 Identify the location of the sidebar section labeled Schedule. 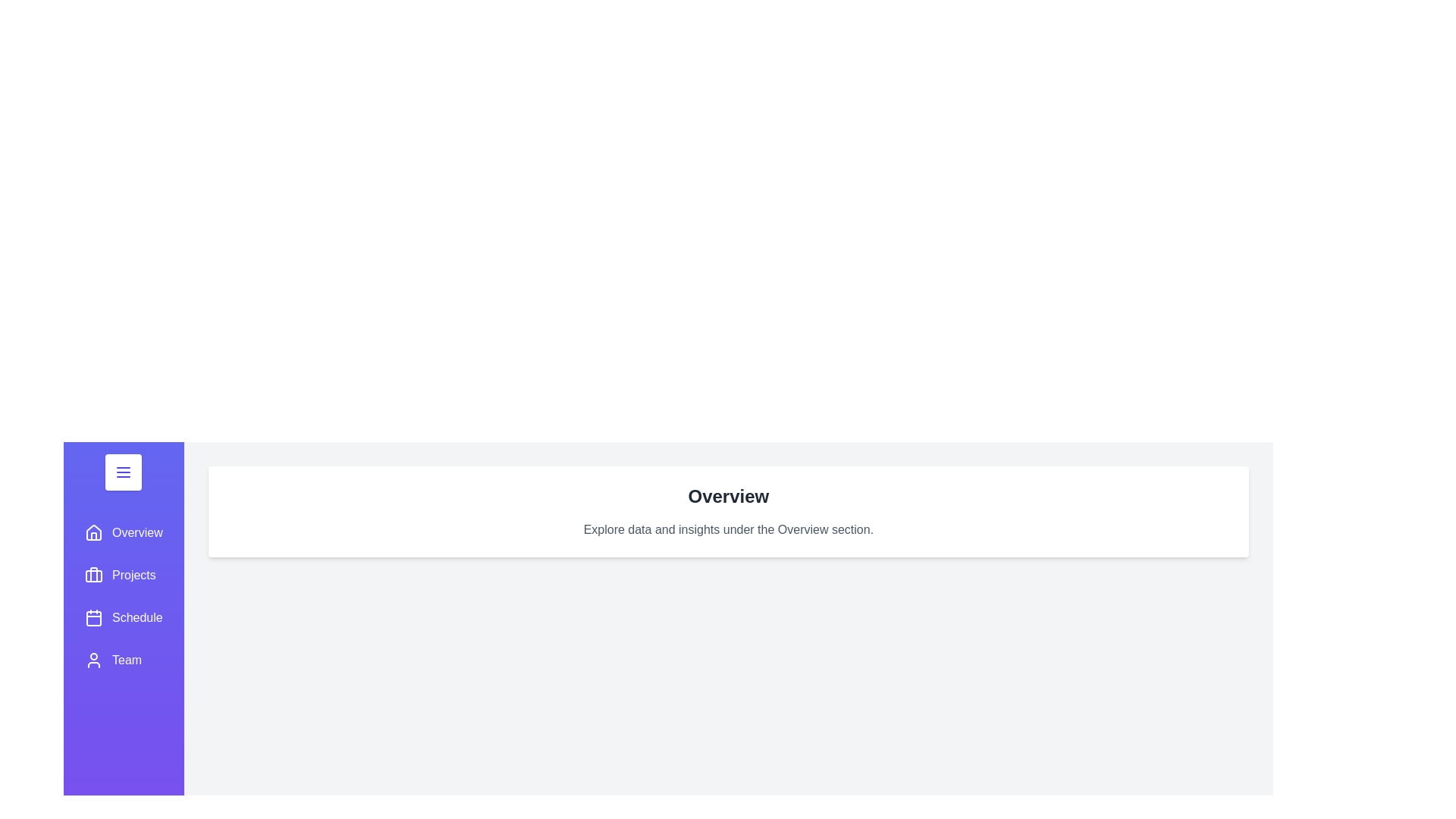
(124, 617).